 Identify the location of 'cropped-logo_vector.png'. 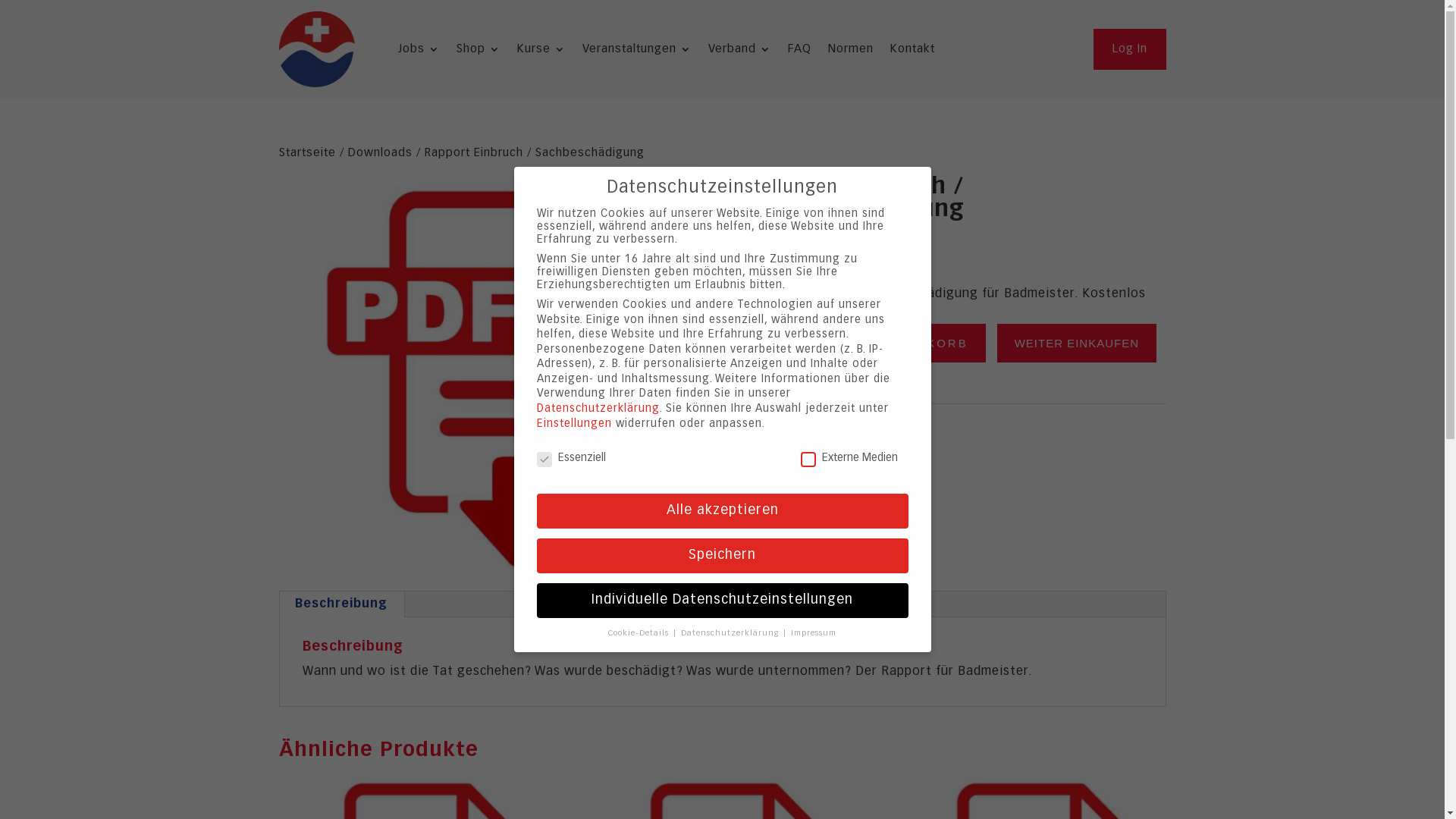
(315, 49).